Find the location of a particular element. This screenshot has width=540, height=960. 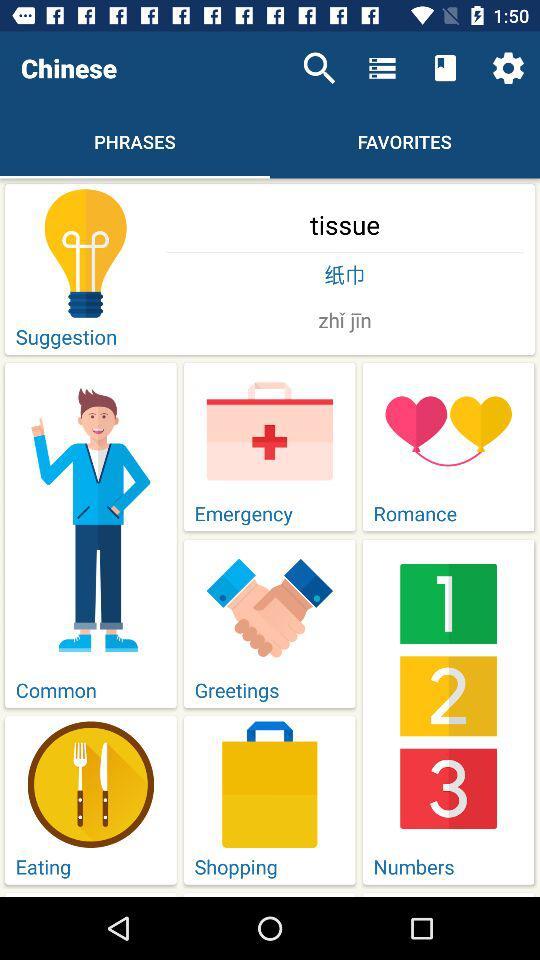

item above the favorites icon is located at coordinates (382, 68).